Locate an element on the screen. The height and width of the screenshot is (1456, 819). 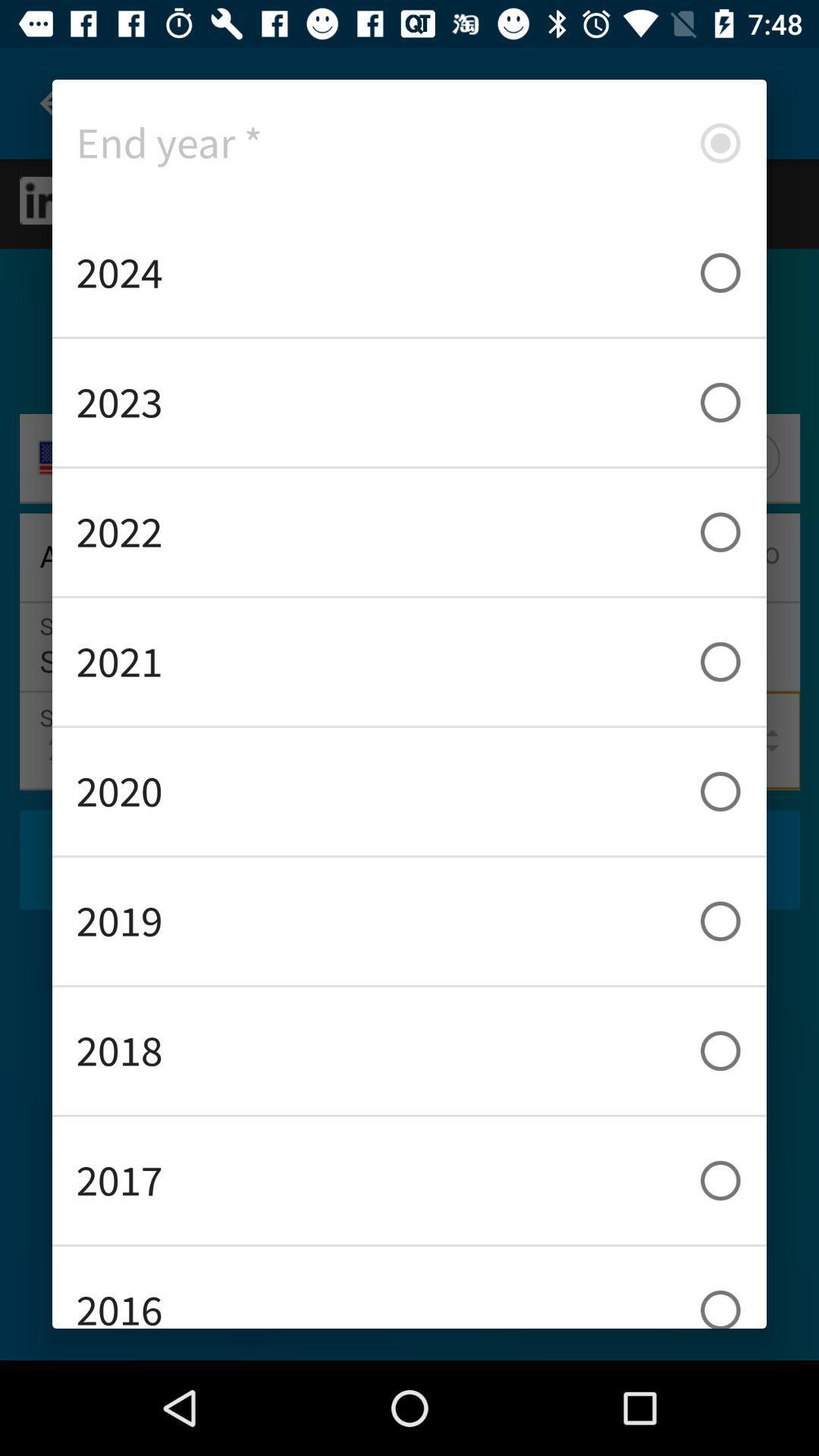
the 2019 item is located at coordinates (409, 920).